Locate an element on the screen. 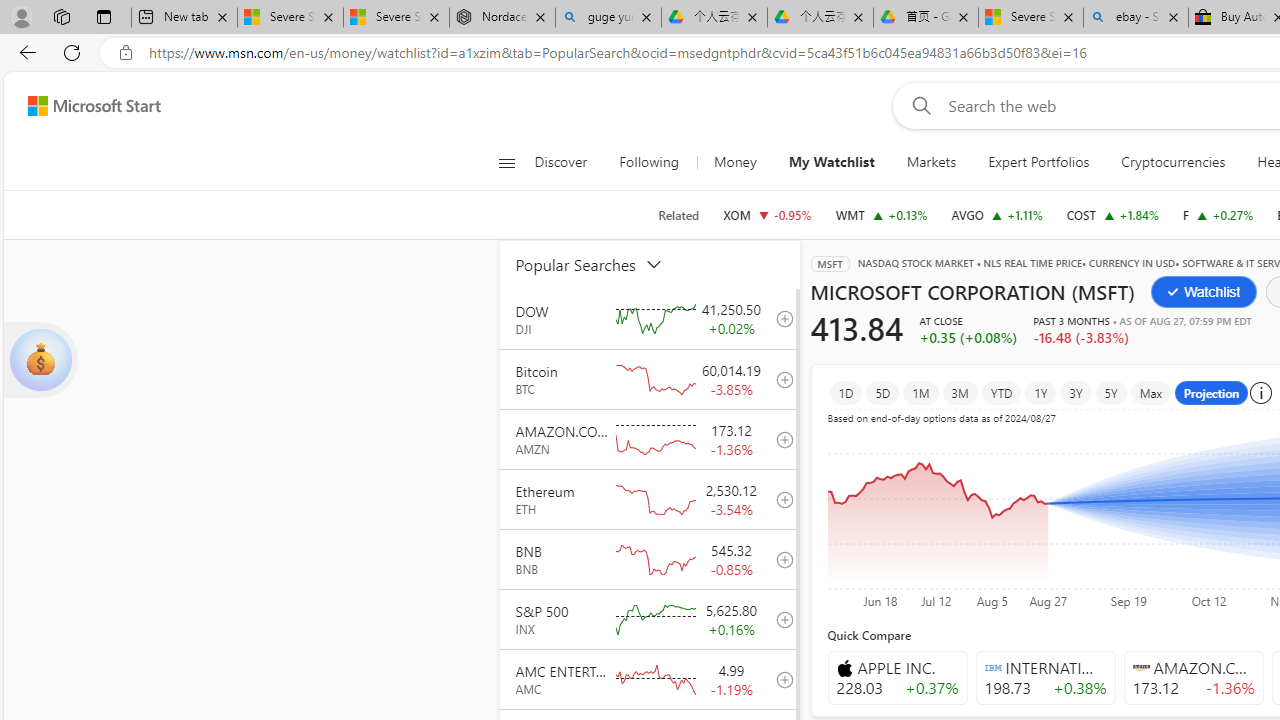 The image size is (1280, 720). 'Tab actions menu' is located at coordinates (103, 16).